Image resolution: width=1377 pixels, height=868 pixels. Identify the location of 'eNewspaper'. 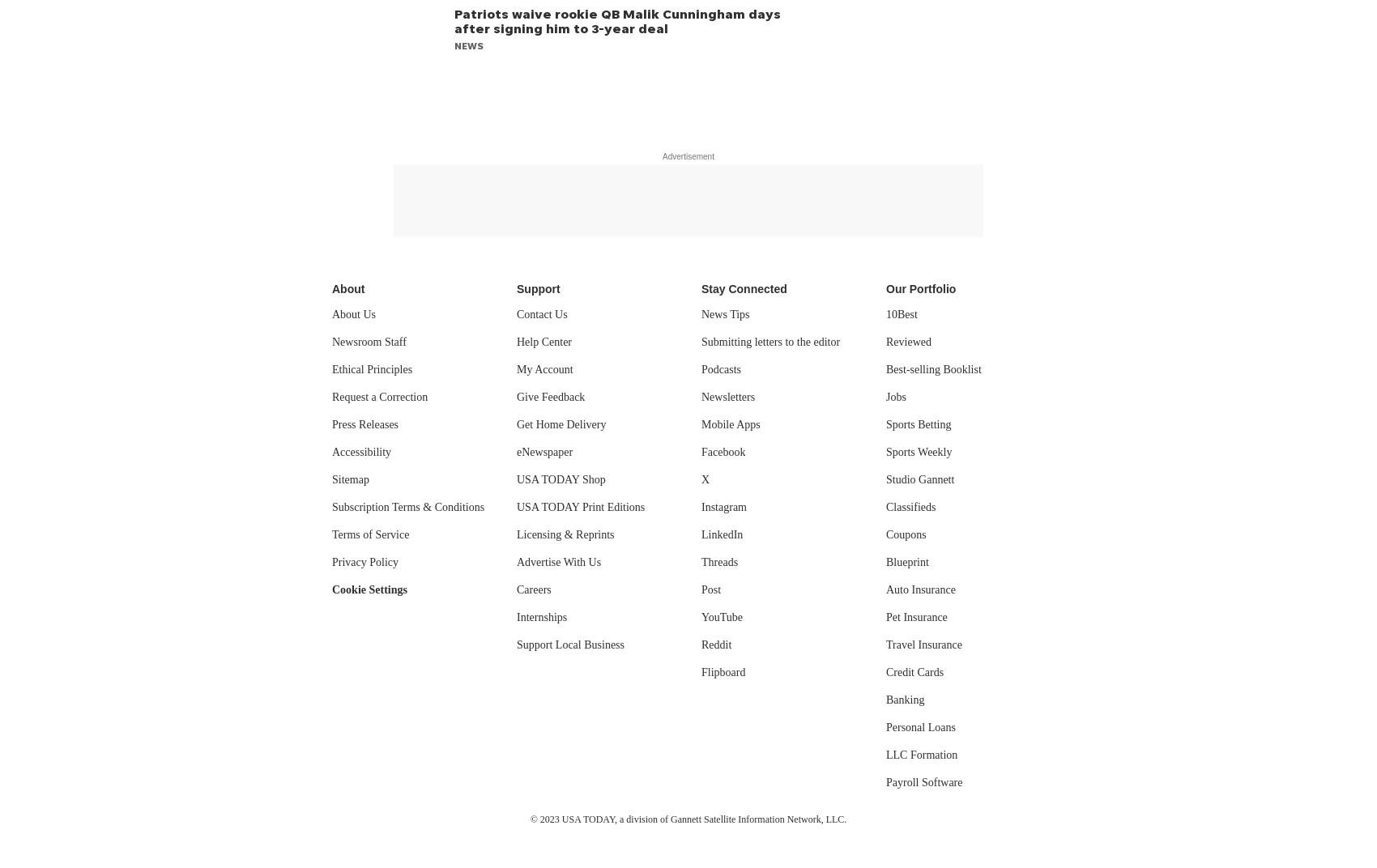
(517, 451).